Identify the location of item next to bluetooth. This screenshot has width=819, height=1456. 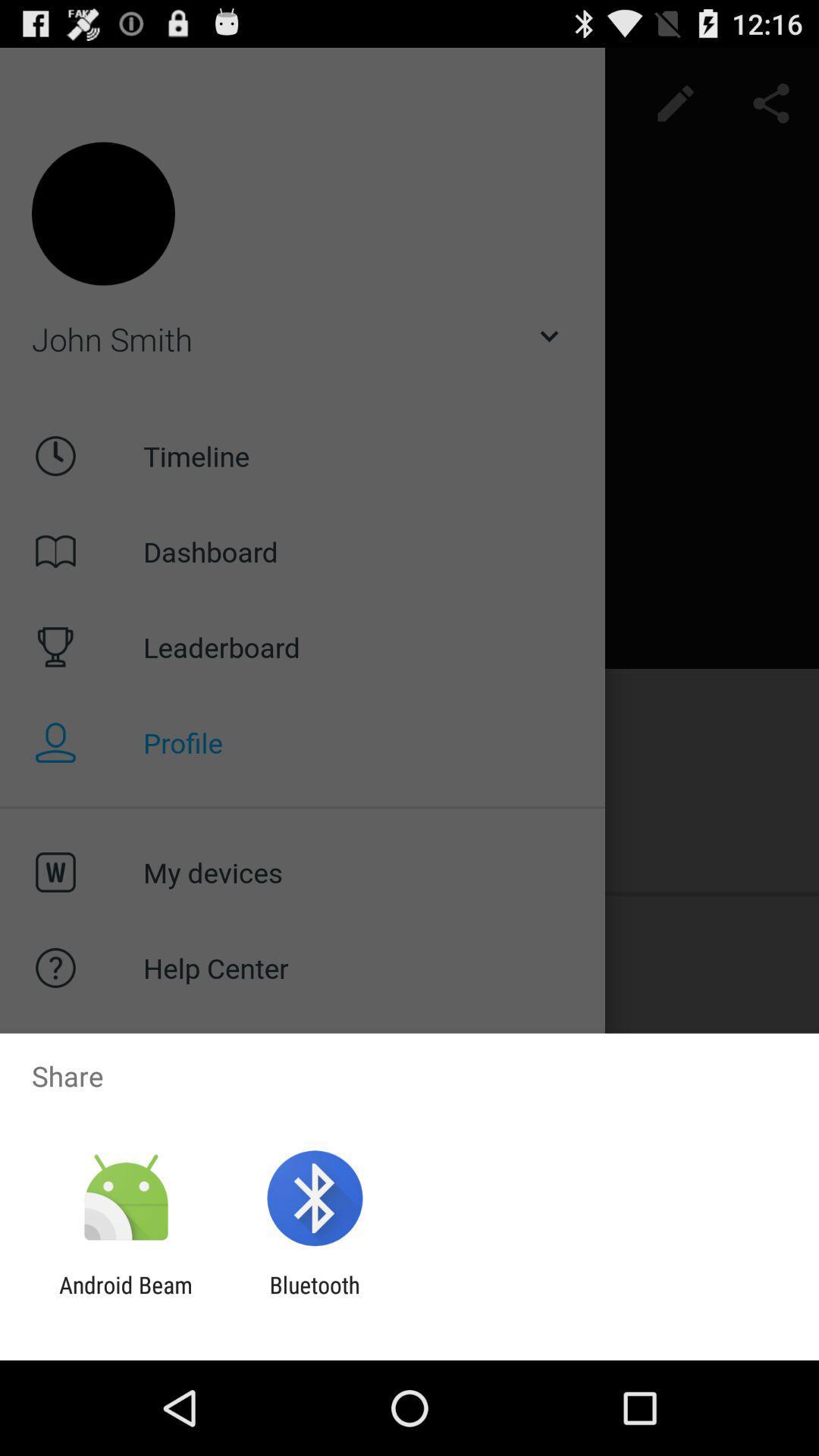
(125, 1298).